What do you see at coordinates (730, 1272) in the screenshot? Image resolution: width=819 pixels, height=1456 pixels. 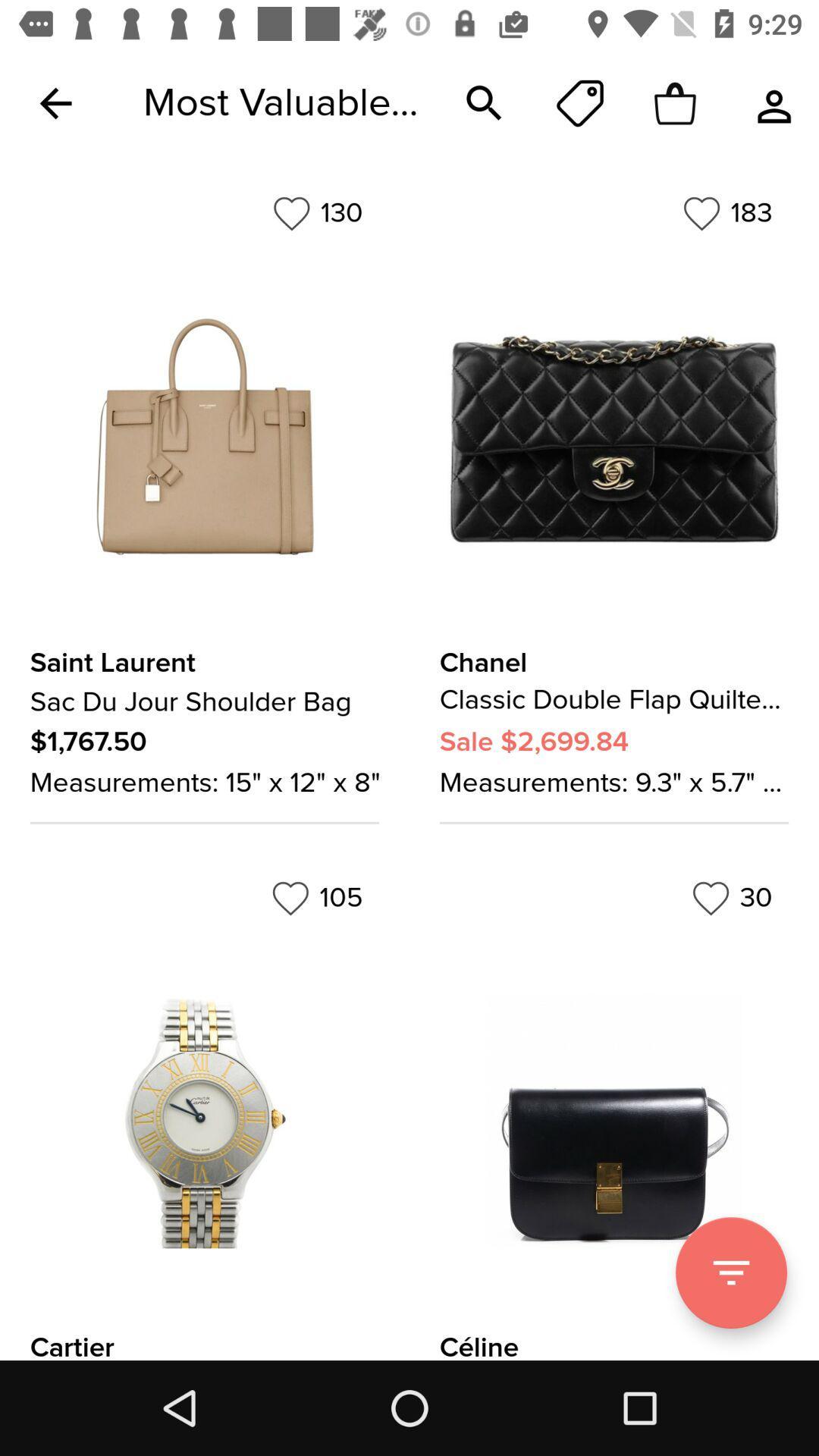 I see `filter option` at bounding box center [730, 1272].